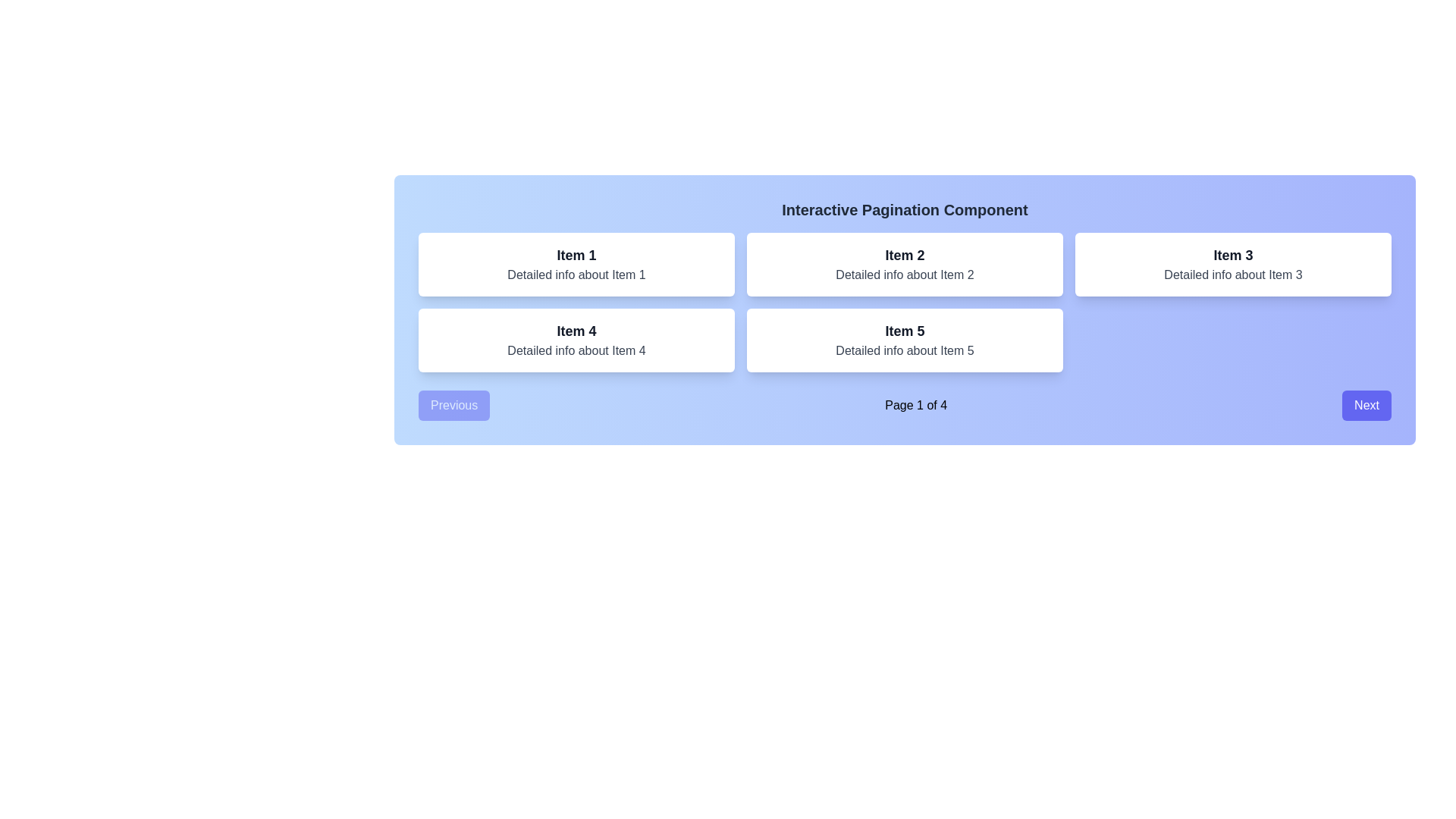 This screenshot has height=819, width=1456. Describe the element at coordinates (905, 275) in the screenshot. I see `detailed text label providing supplementary information related to 'Item 2', located below the 'Item 2' text in the card within the second column of the top row` at that location.